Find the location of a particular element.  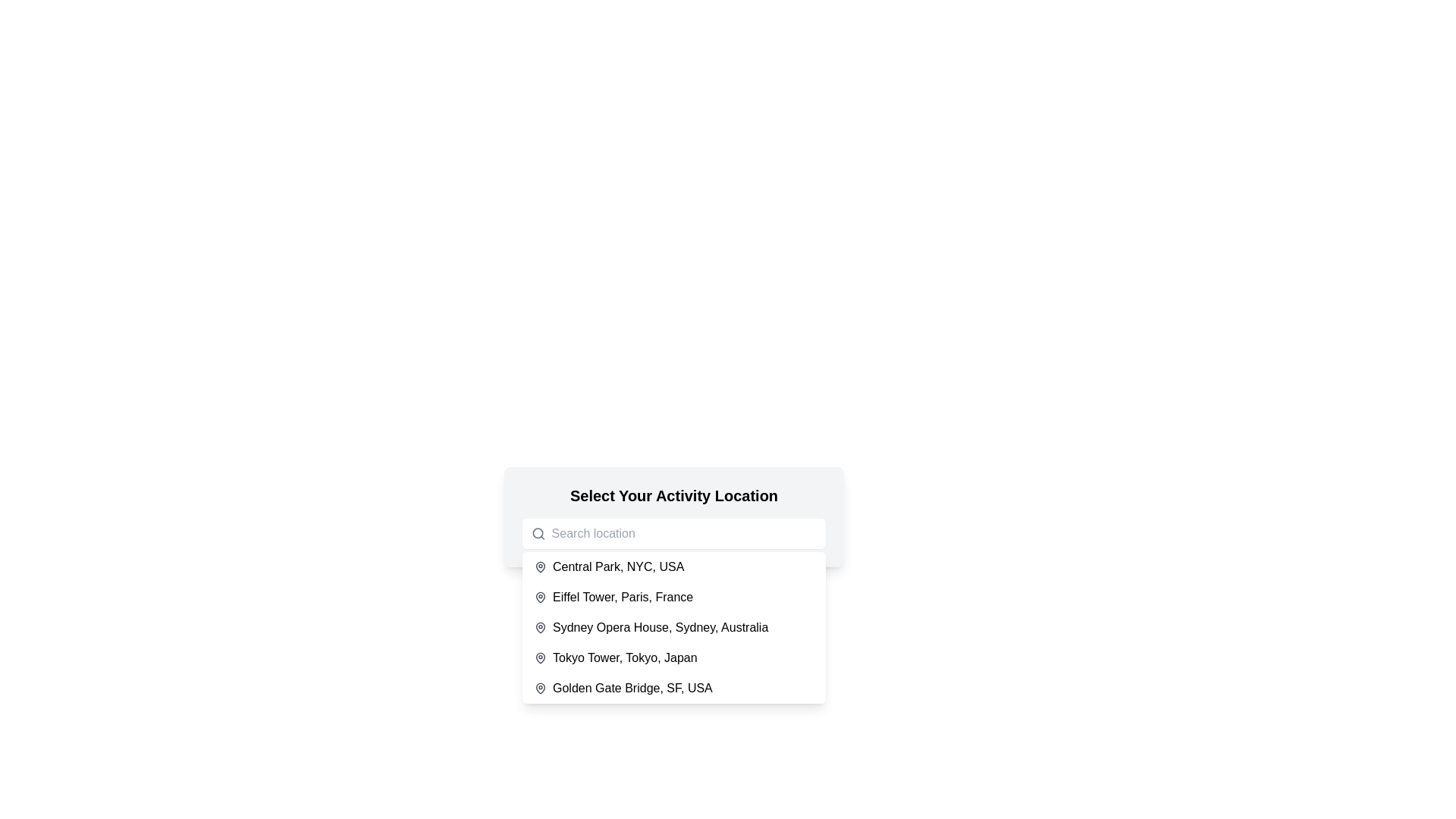

the fifth item in the dropdown menu representing 'Golden Gate Bridge, SF, USA' is located at coordinates (673, 688).